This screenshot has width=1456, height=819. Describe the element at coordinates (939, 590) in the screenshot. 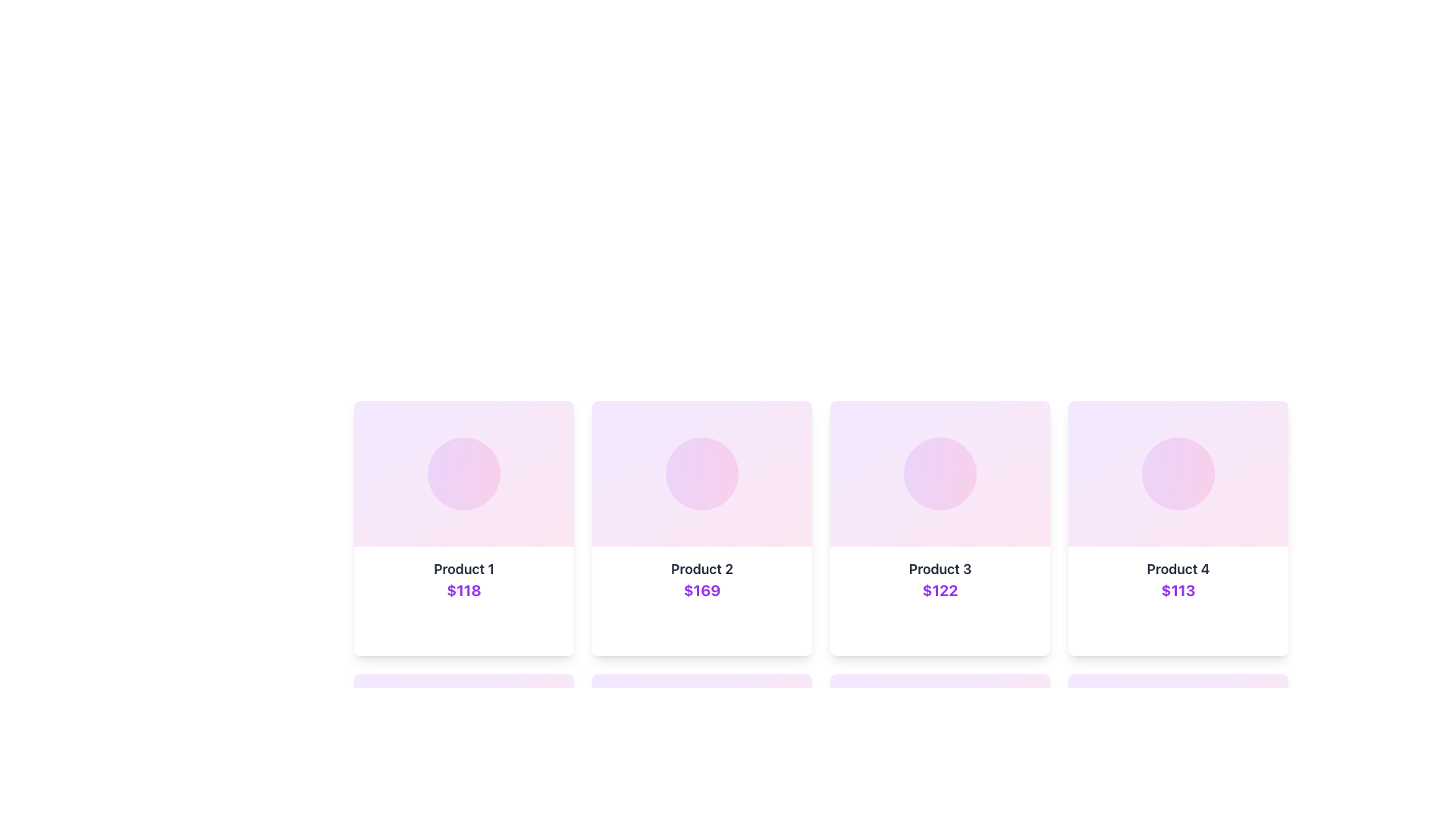

I see `the text display element that shows the price of 'Product 3', which is centered horizontally in the third column of a four-column grid layout, located directly below the text 'Product 3'` at that location.